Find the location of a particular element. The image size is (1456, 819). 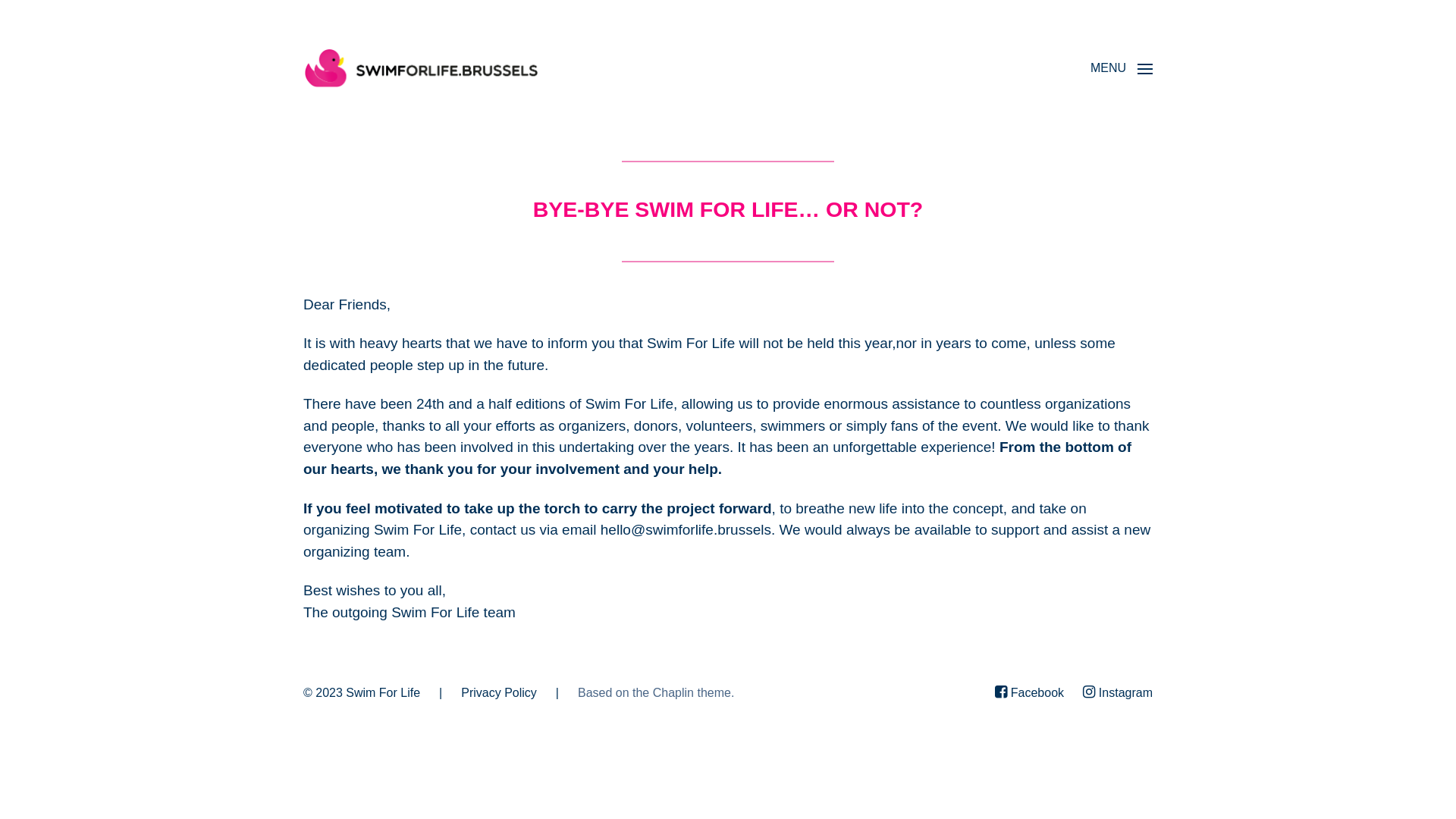

'Privacy Policy' is located at coordinates (498, 692).